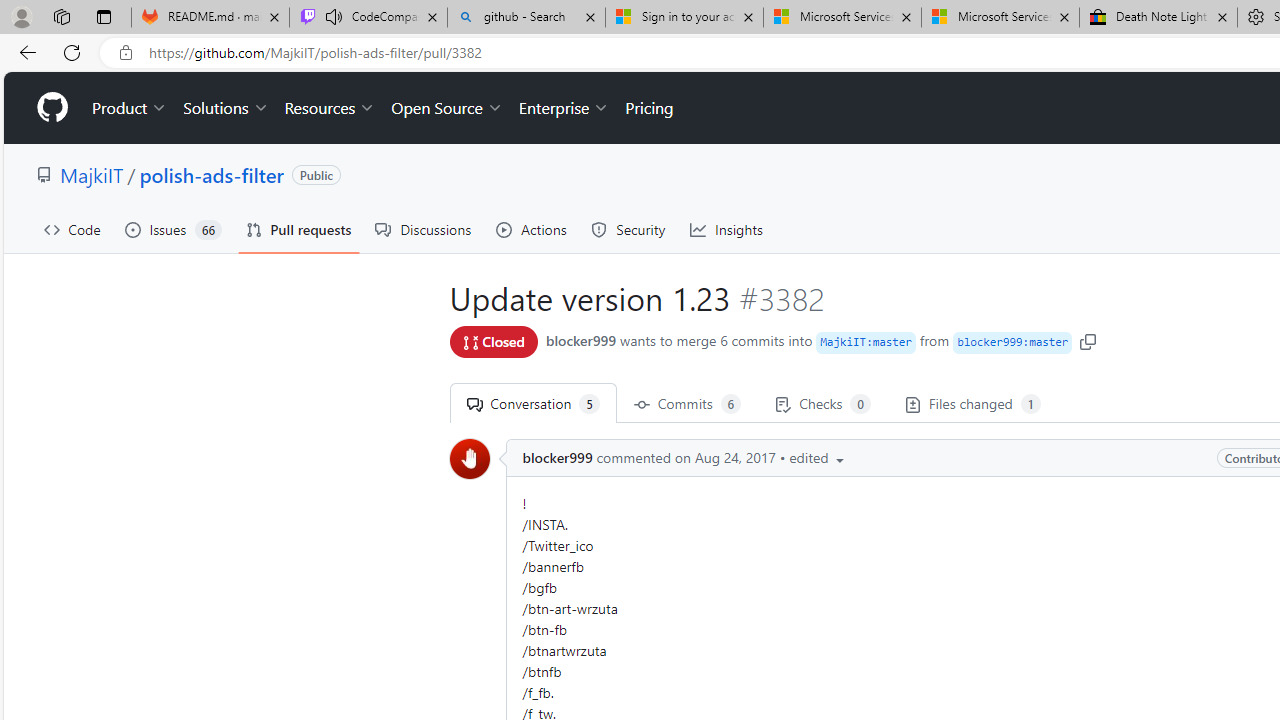 This screenshot has width=1280, height=720. Describe the element at coordinates (687, 403) in the screenshot. I see `' Commits 6'` at that location.